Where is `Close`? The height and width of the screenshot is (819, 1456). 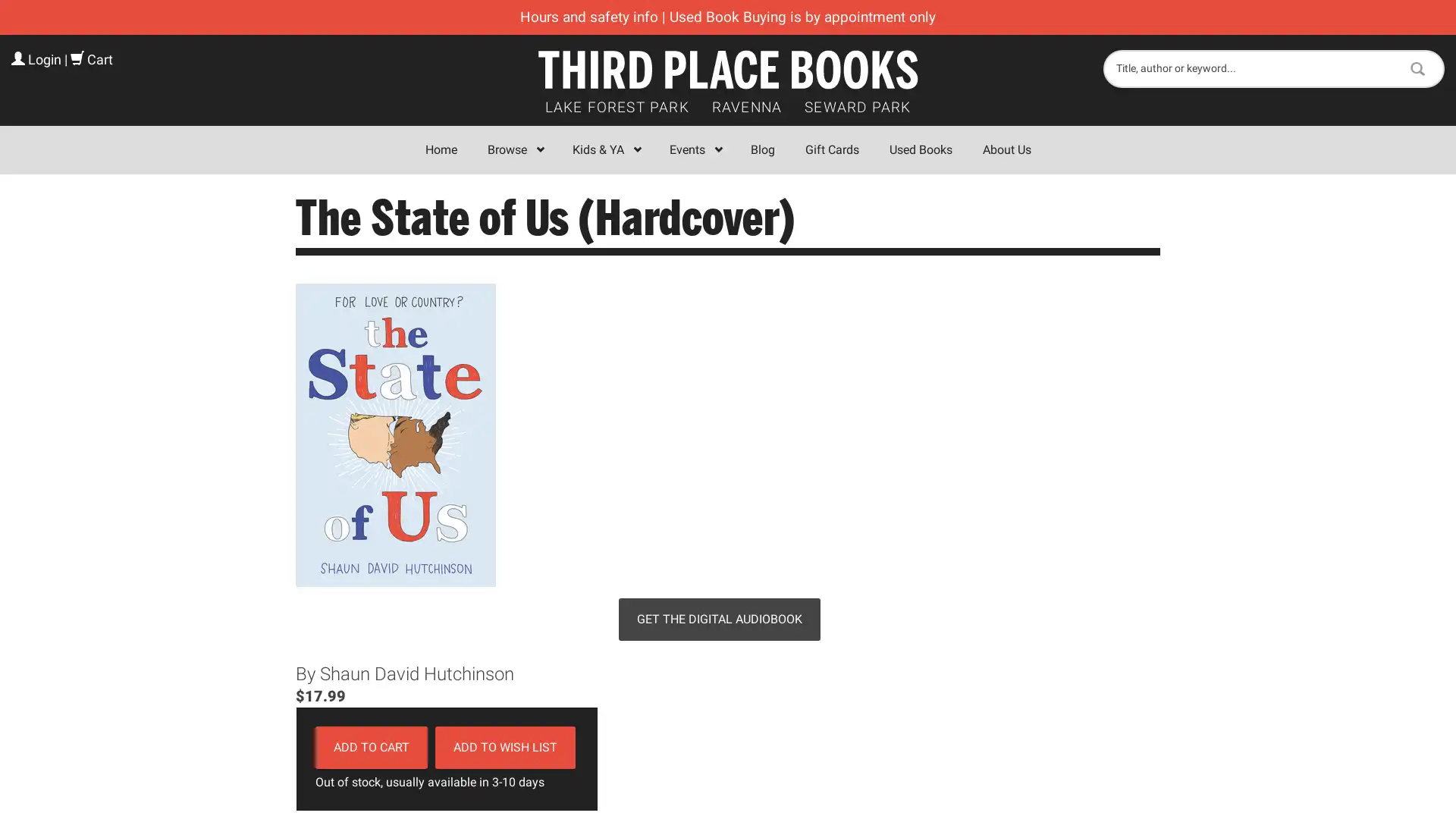 Close is located at coordinates (949, 222).